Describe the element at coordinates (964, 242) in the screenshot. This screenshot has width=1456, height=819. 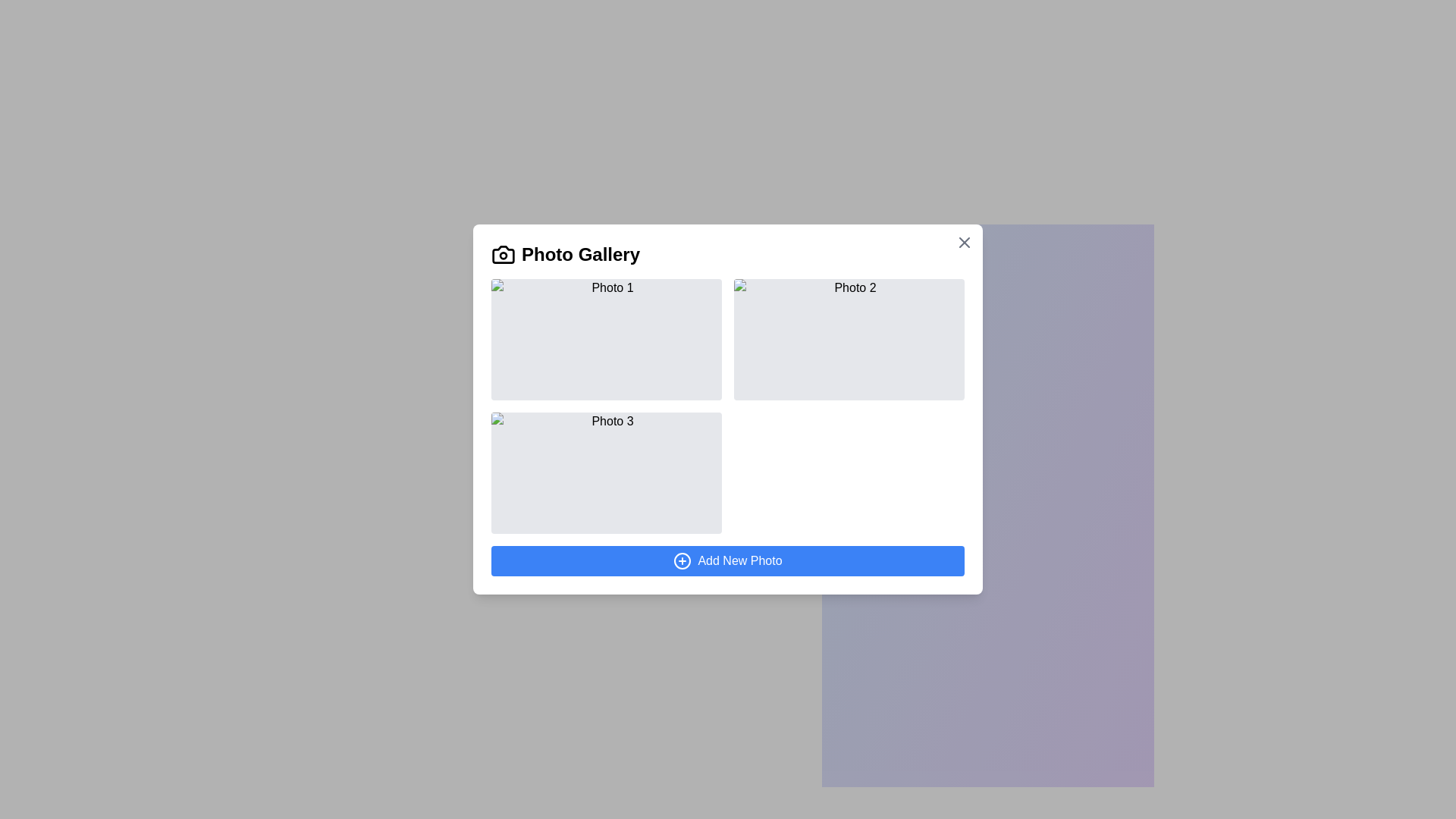
I see `the 'X' icon represented by the thin diagonal line in the top-right corner of the modal dialog header to receive visual feedback` at that location.